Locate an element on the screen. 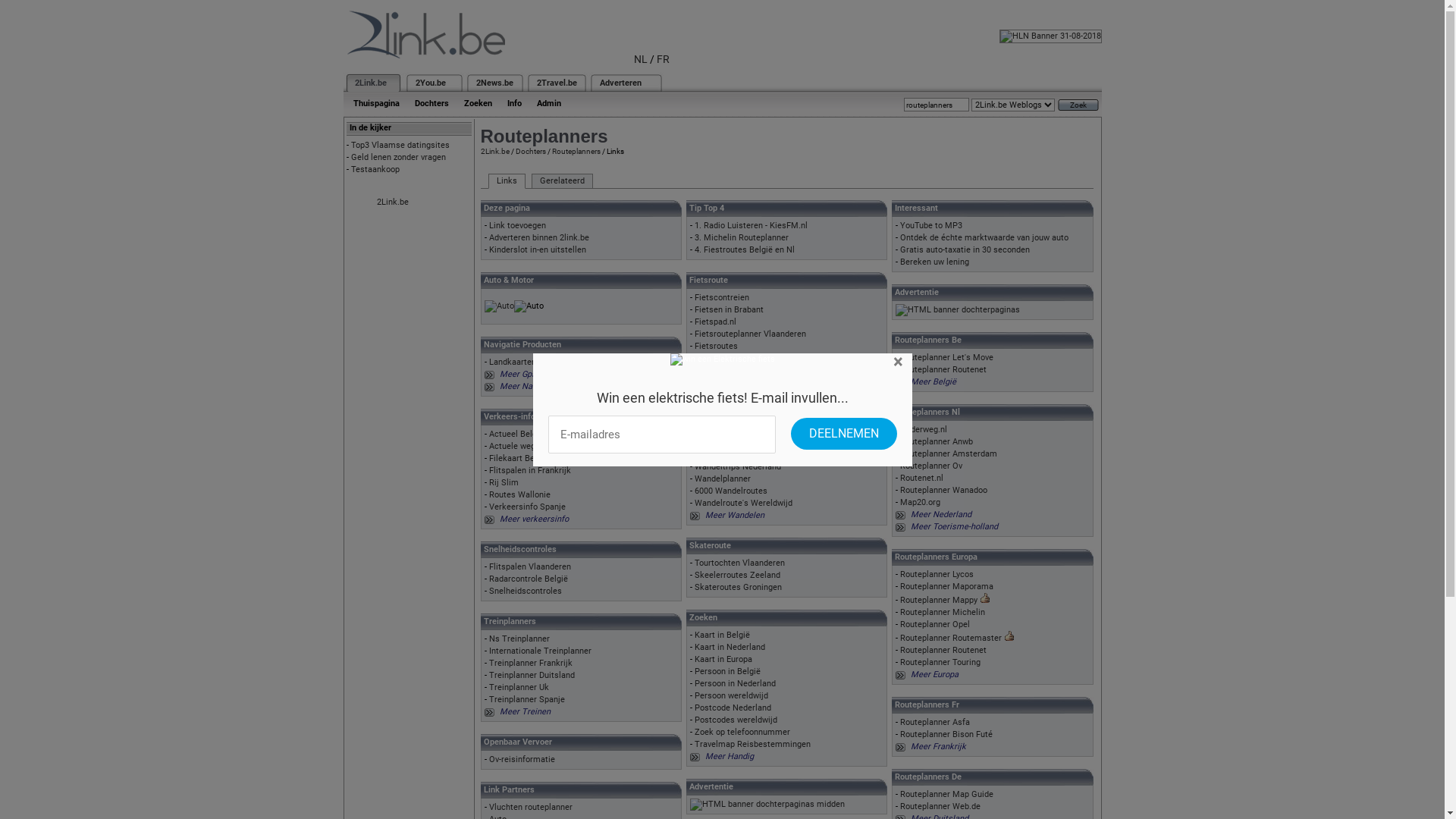 This screenshot has width=1456, height=819. 'Routeplanner Opel' is located at coordinates (934, 624).